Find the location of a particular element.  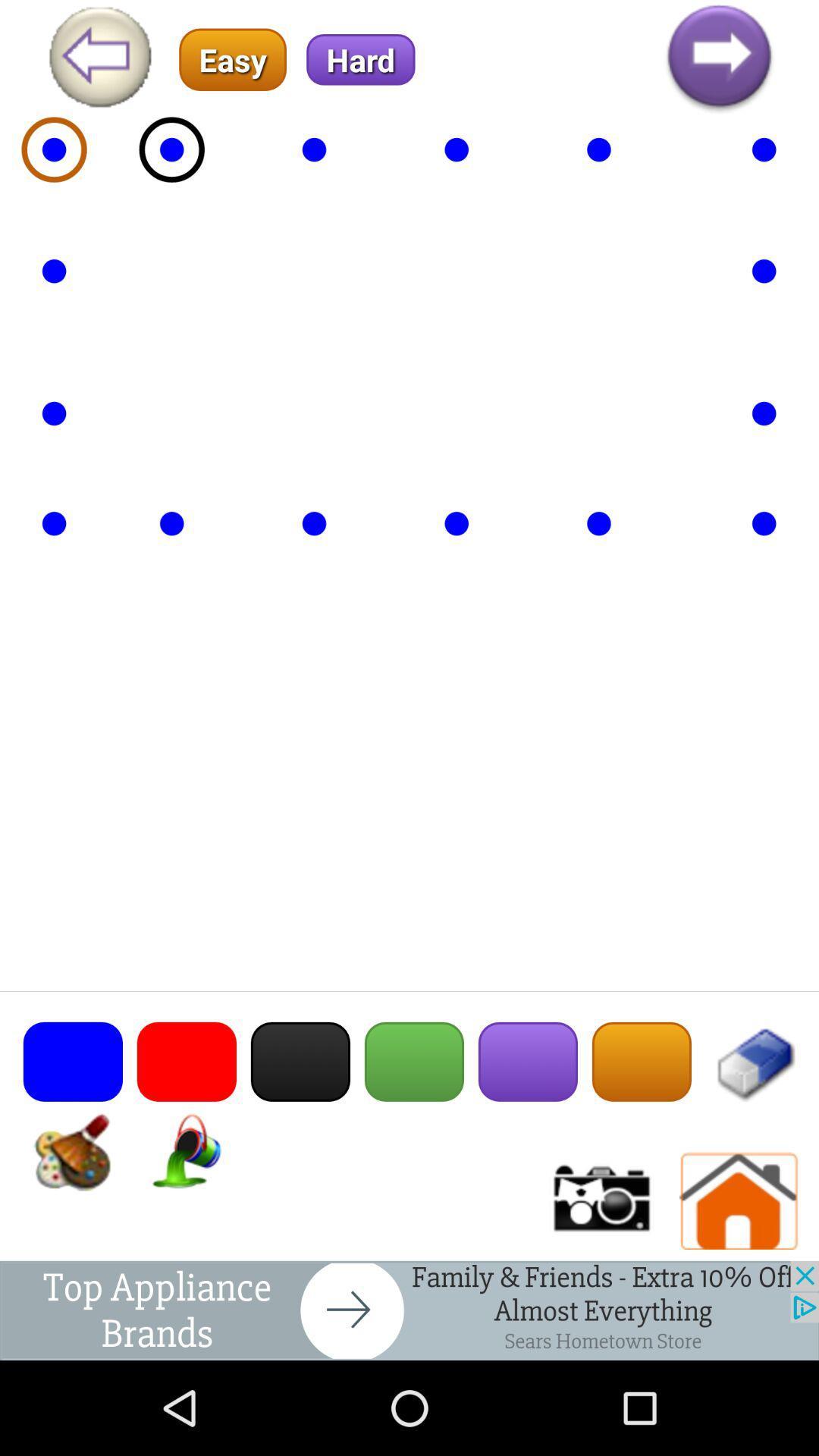

choose camera is located at coordinates (599, 1200).